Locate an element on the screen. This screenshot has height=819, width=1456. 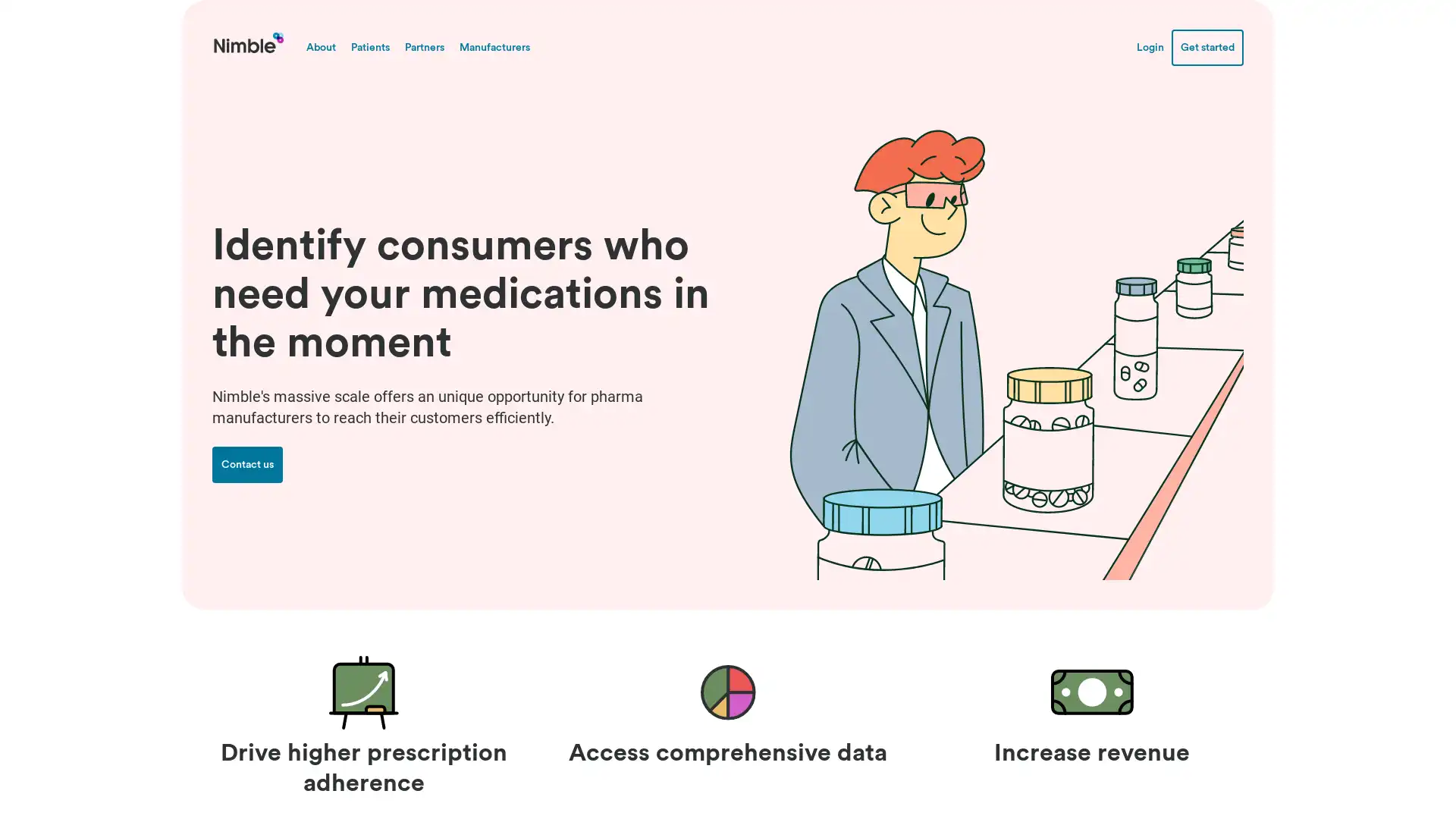
Manufacturers is located at coordinates (494, 45).